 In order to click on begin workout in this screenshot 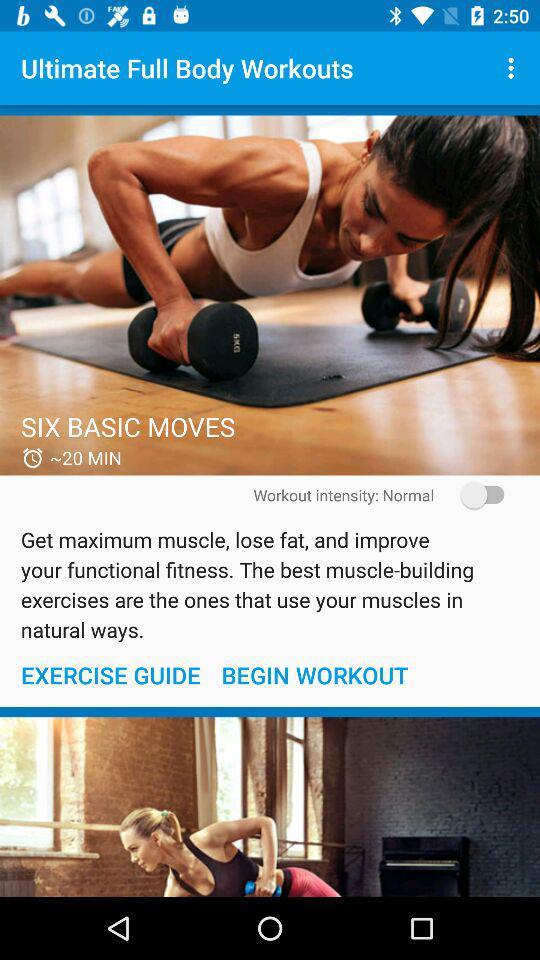, I will do `click(314, 675)`.